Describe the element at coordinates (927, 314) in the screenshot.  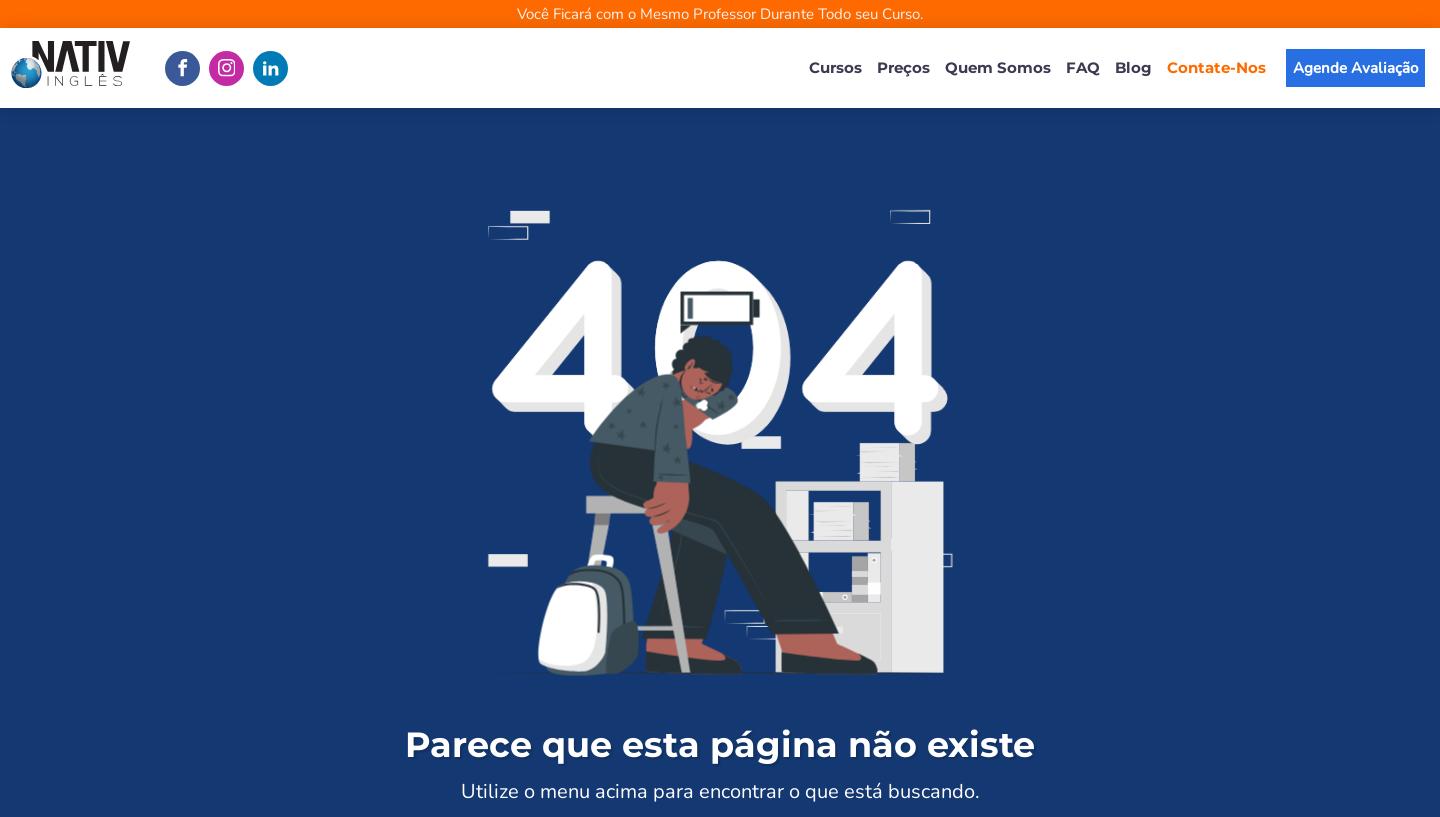
I see `'Curso de Inglês para Iniciantes'` at that location.